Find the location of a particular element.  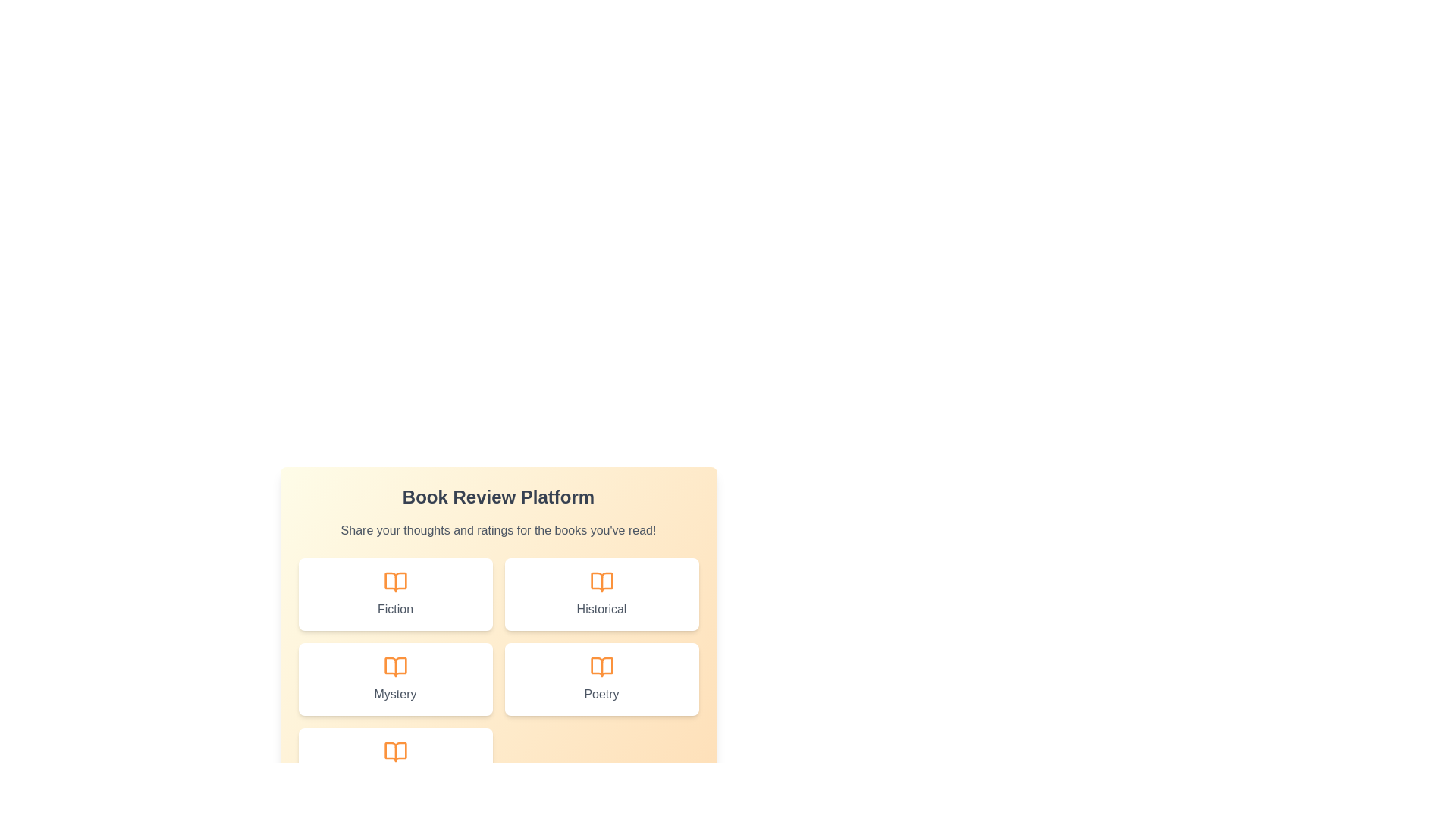

the orange book icon located in the upper-right quadrant of the grid layout, positioned above the text 'Historical' is located at coordinates (601, 581).